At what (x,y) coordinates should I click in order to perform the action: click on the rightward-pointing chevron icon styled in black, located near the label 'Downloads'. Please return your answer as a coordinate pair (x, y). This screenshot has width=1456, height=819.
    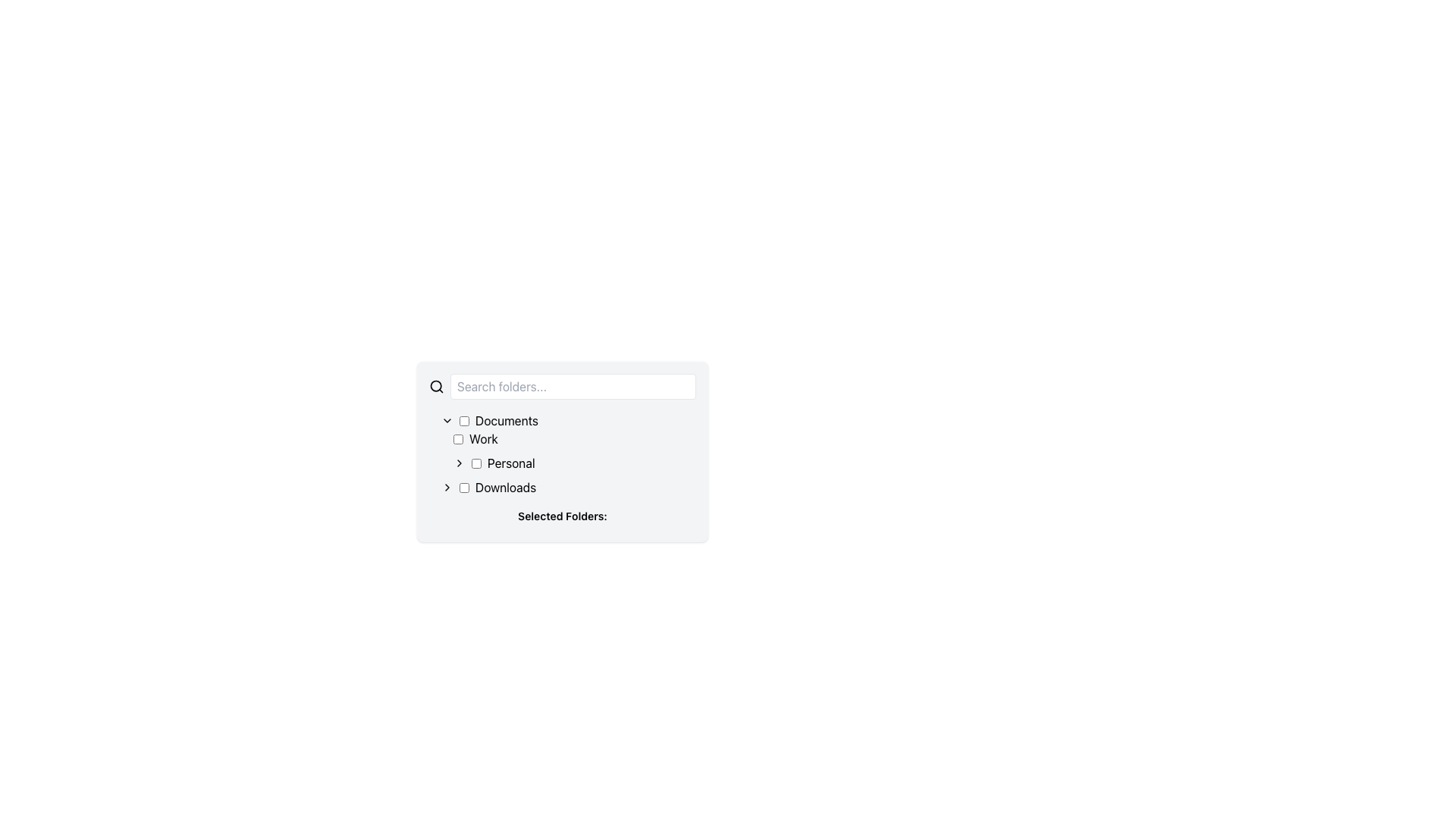
    Looking at the image, I should click on (447, 488).